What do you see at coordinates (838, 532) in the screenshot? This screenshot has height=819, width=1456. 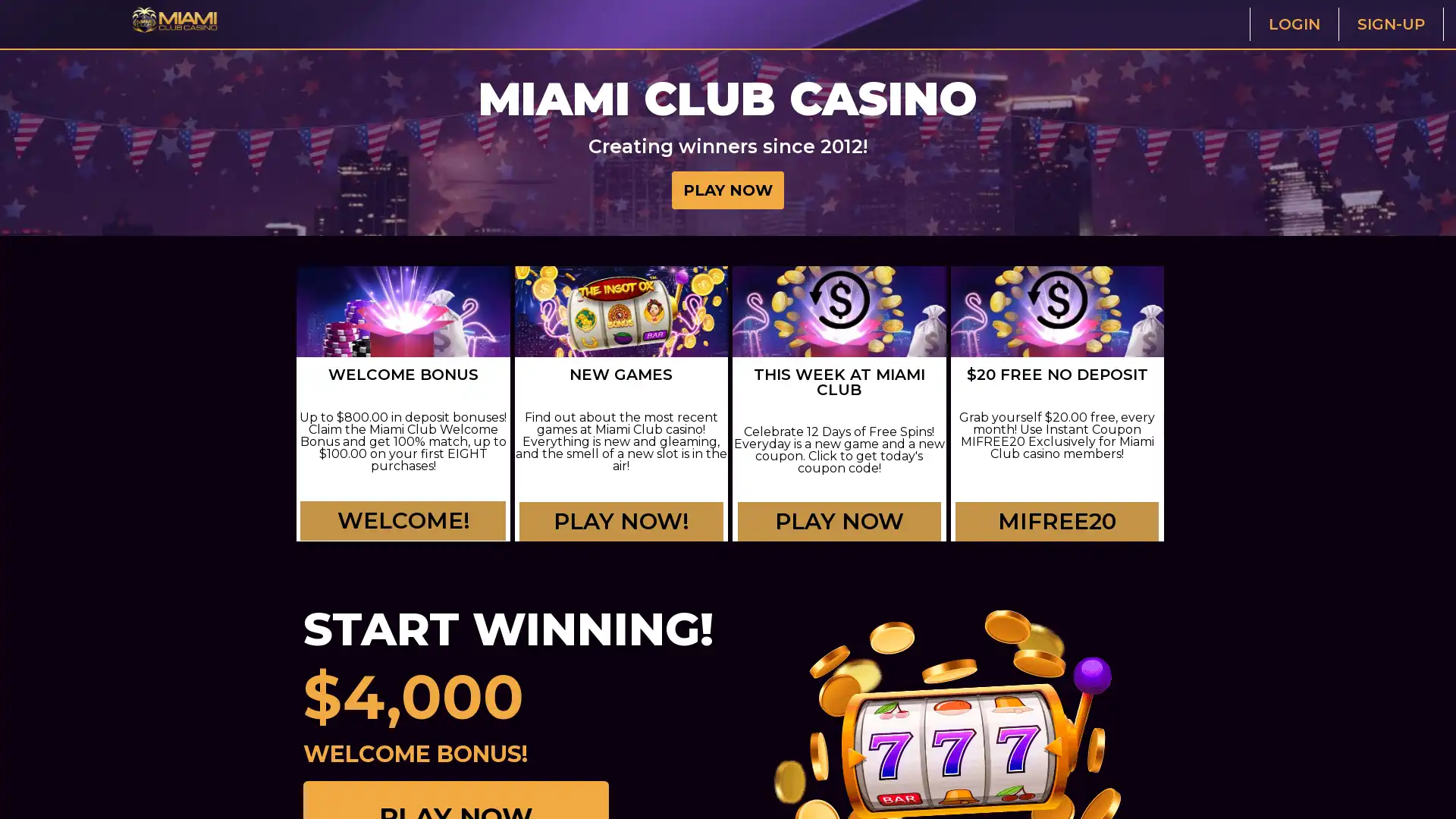 I see `PLAY NOW` at bounding box center [838, 532].